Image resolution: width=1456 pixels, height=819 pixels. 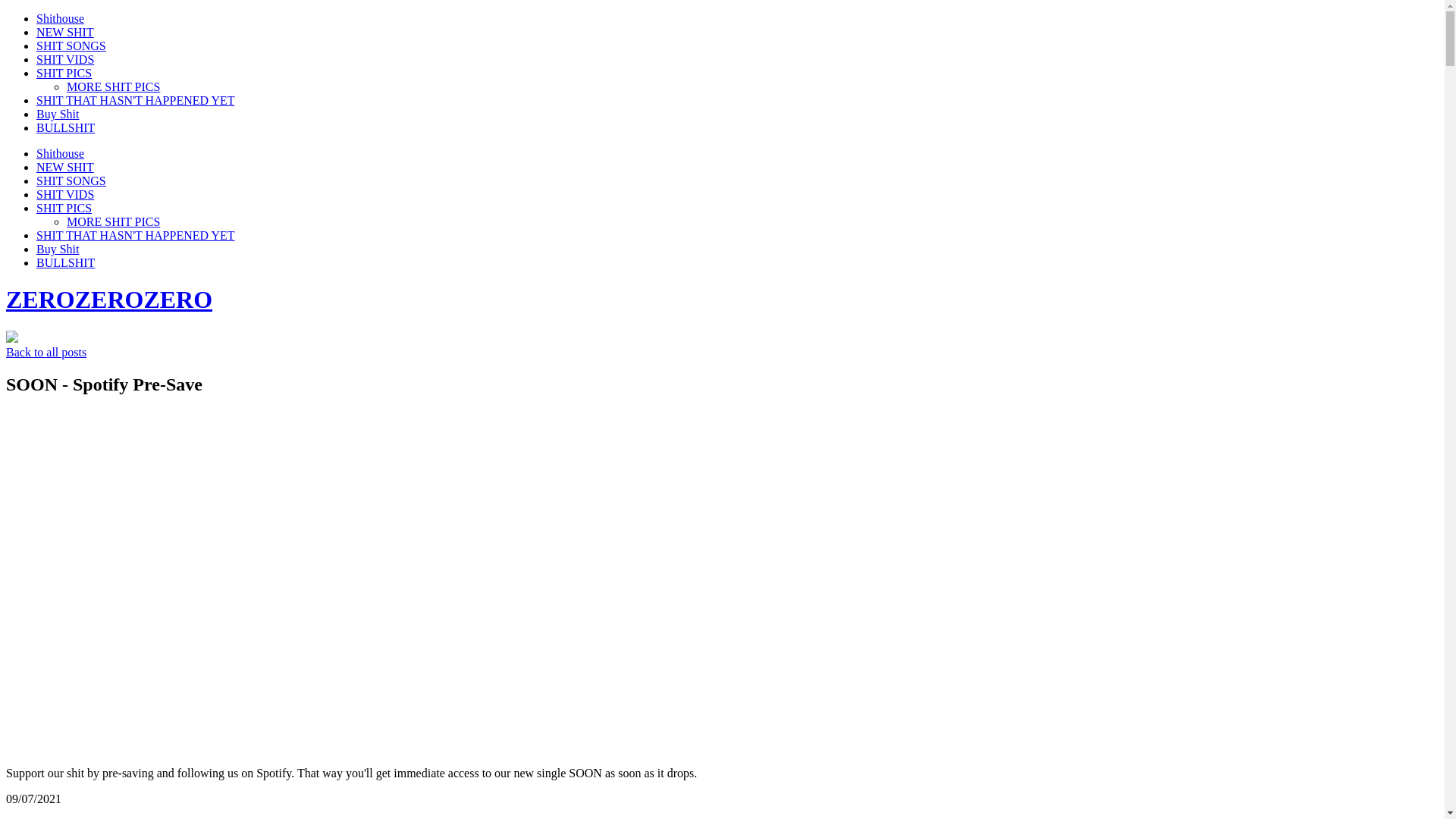 What do you see at coordinates (71, 45) in the screenshot?
I see `'SHIT SONGS'` at bounding box center [71, 45].